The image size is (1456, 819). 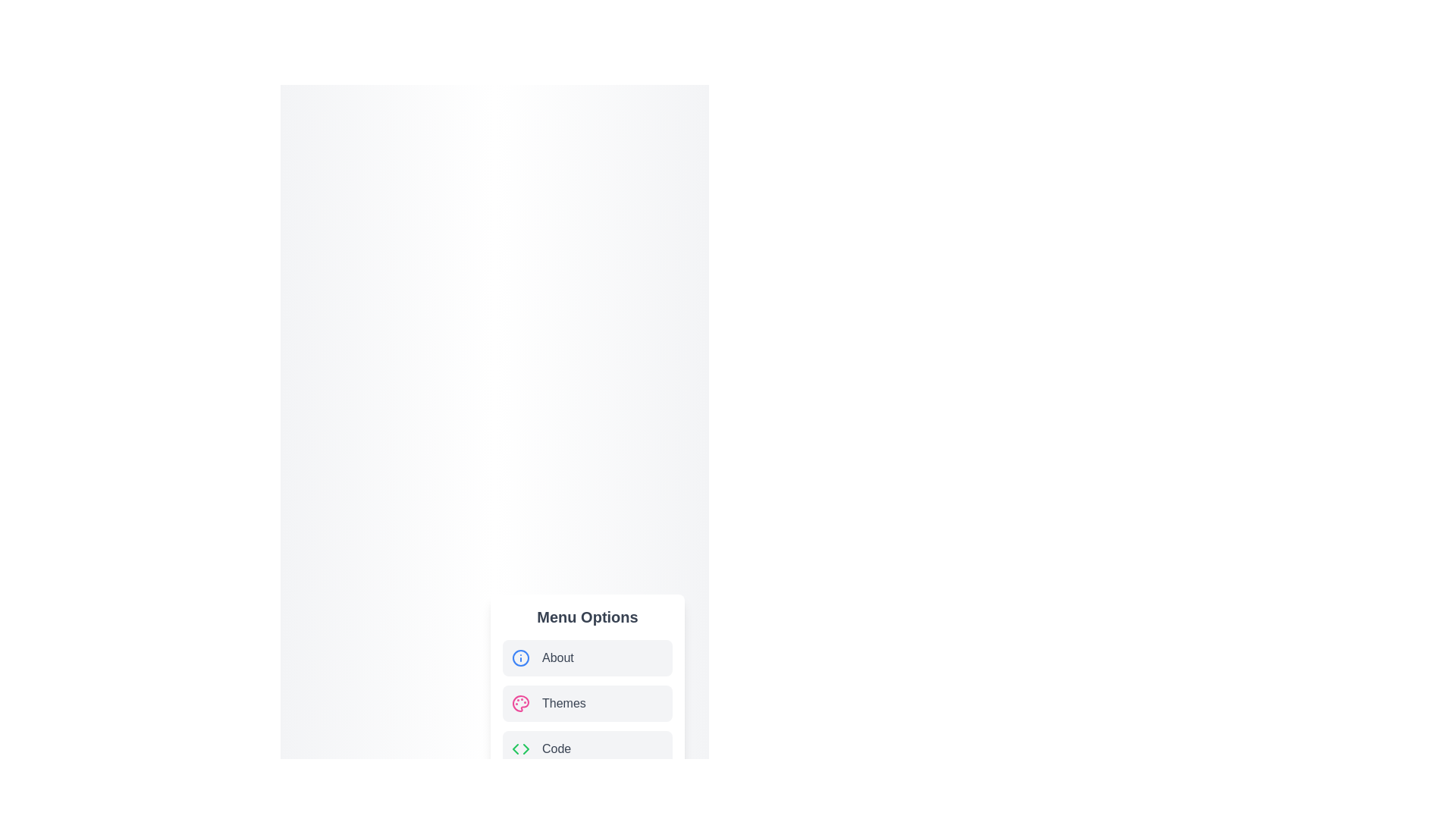 I want to click on the 'About' menu list item, so click(x=586, y=657).